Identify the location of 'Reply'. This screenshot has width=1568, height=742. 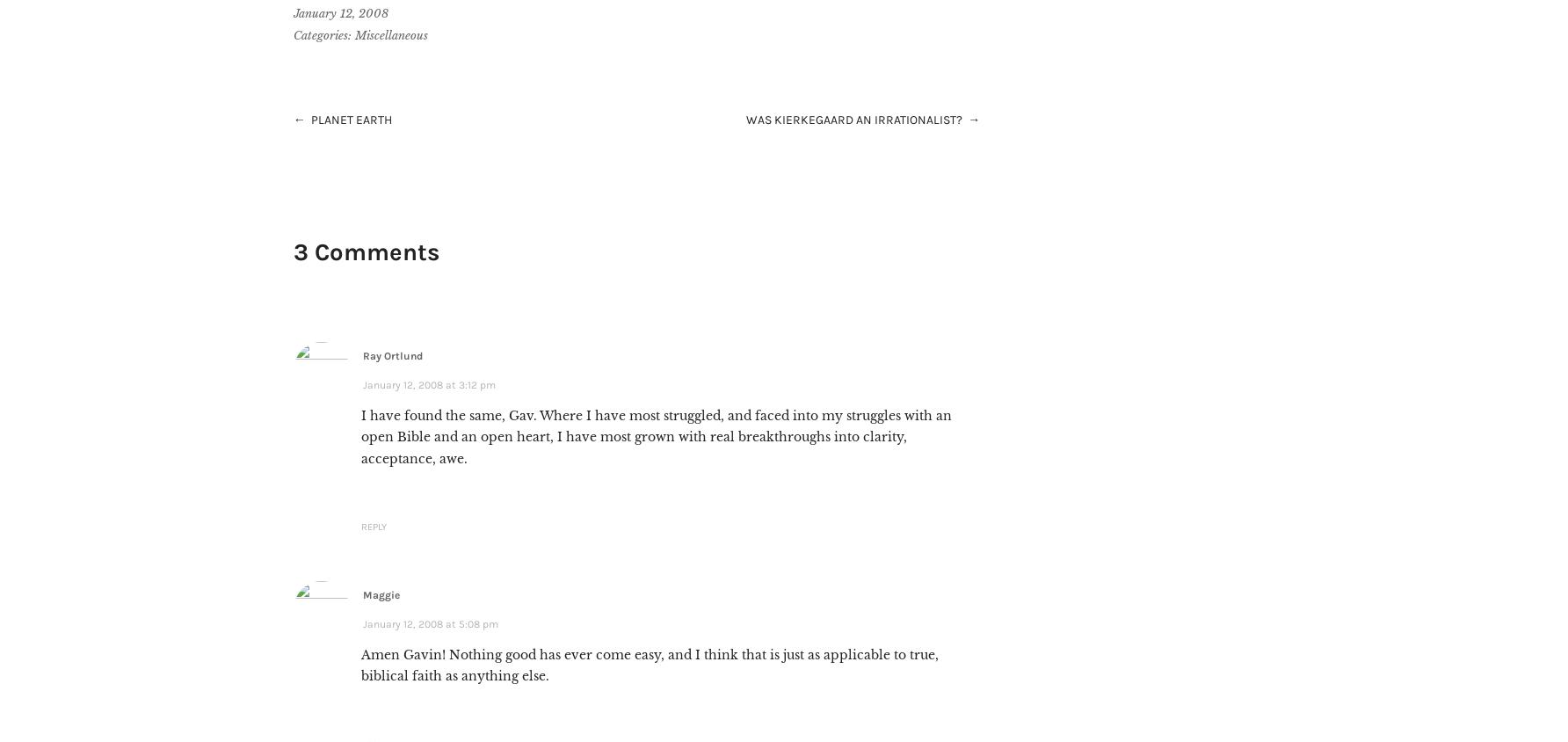
(372, 527).